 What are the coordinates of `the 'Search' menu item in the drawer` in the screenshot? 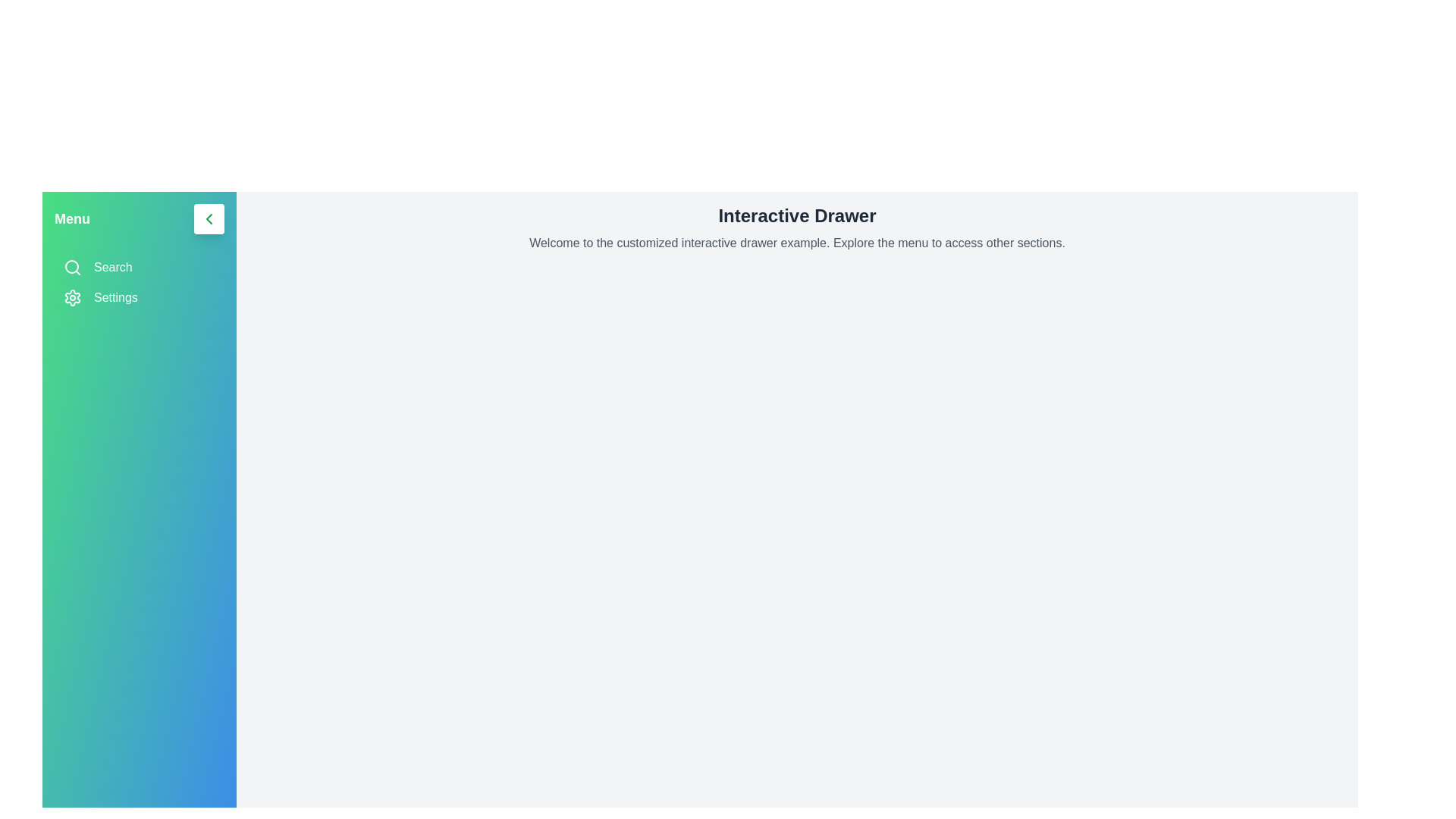 It's located at (139, 267).